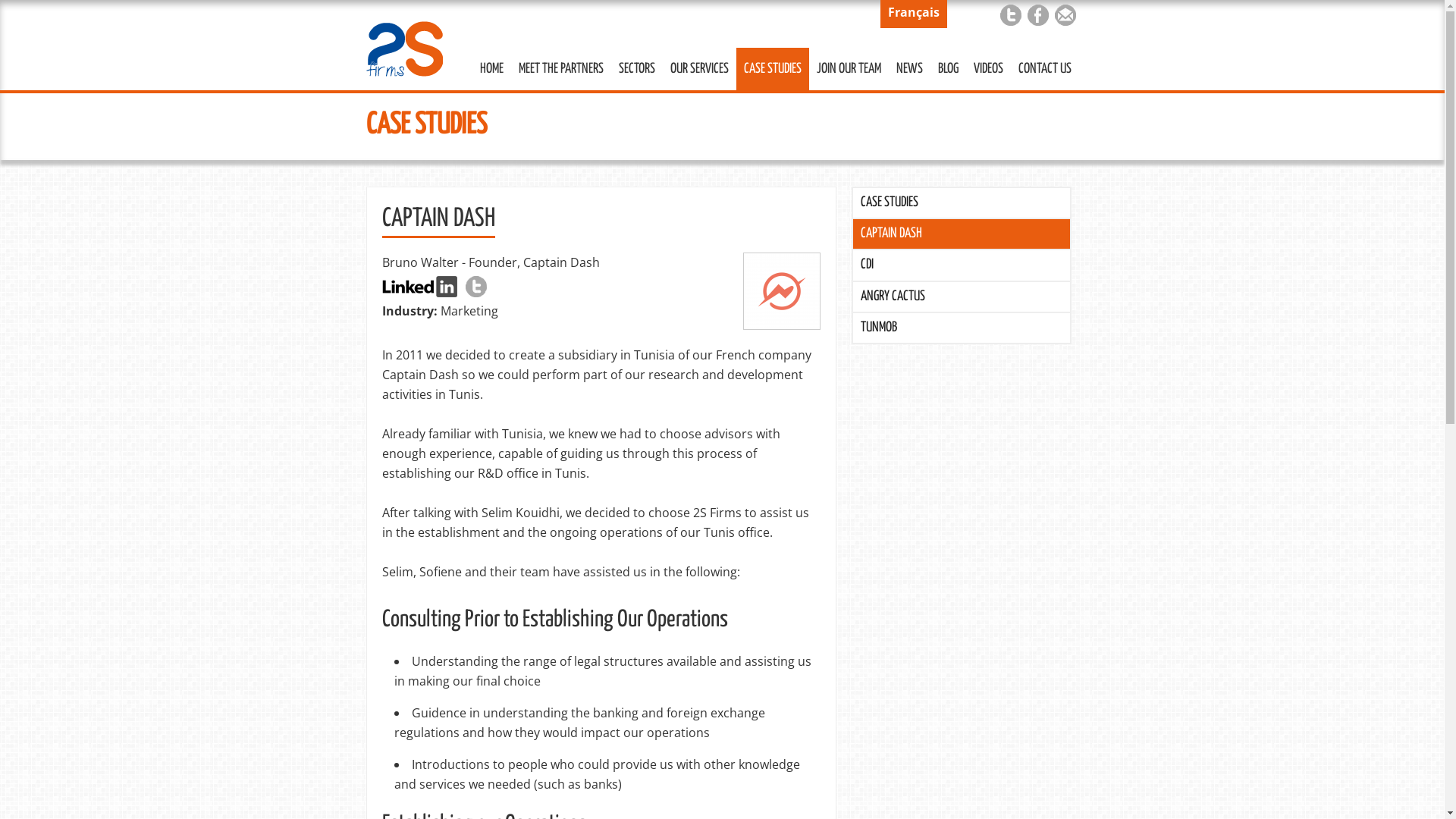 The image size is (1456, 819). Describe the element at coordinates (1063, 14) in the screenshot. I see `'Mail'` at that location.